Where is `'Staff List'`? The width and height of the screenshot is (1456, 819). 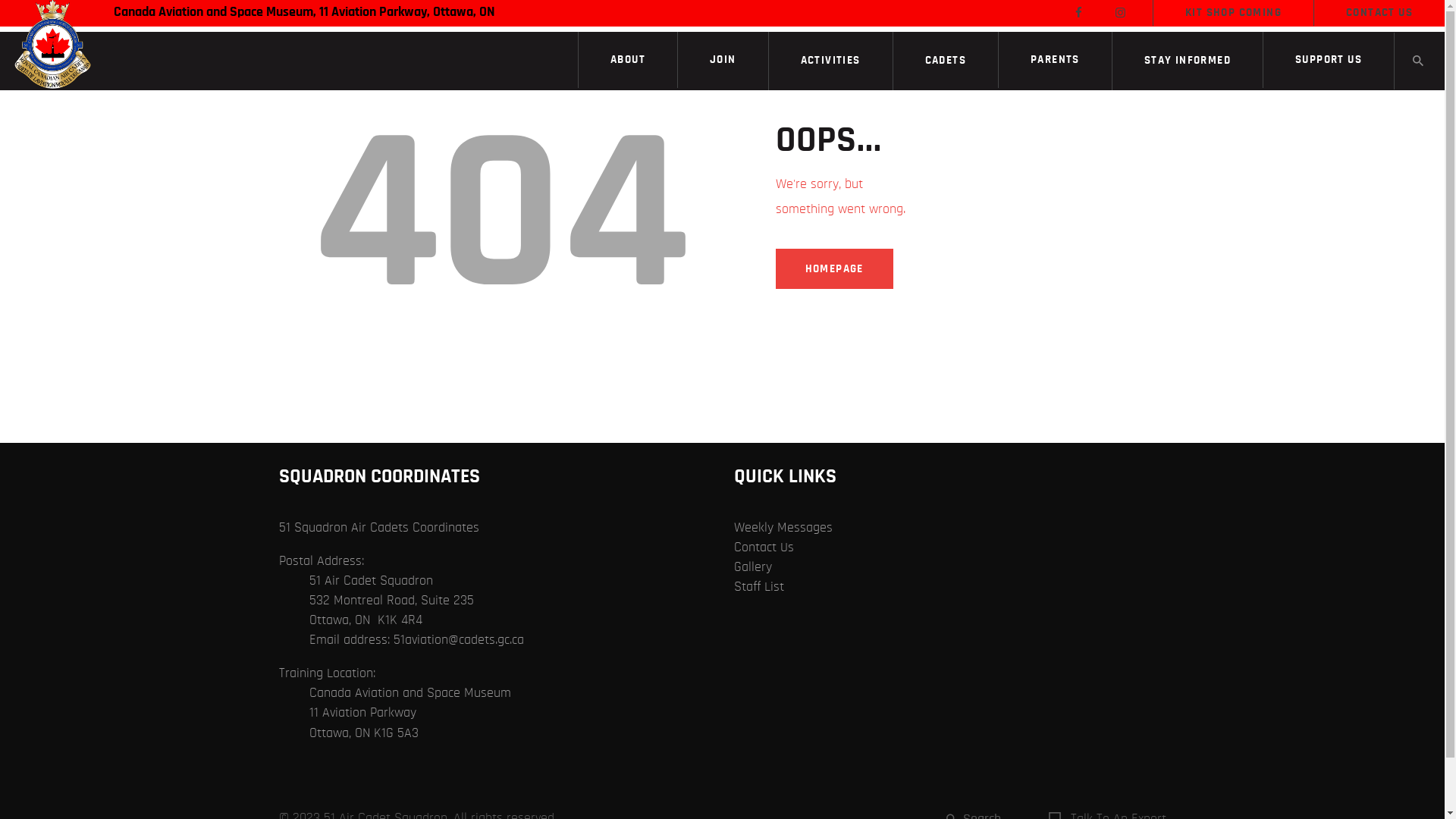 'Staff List' is located at coordinates (759, 586).